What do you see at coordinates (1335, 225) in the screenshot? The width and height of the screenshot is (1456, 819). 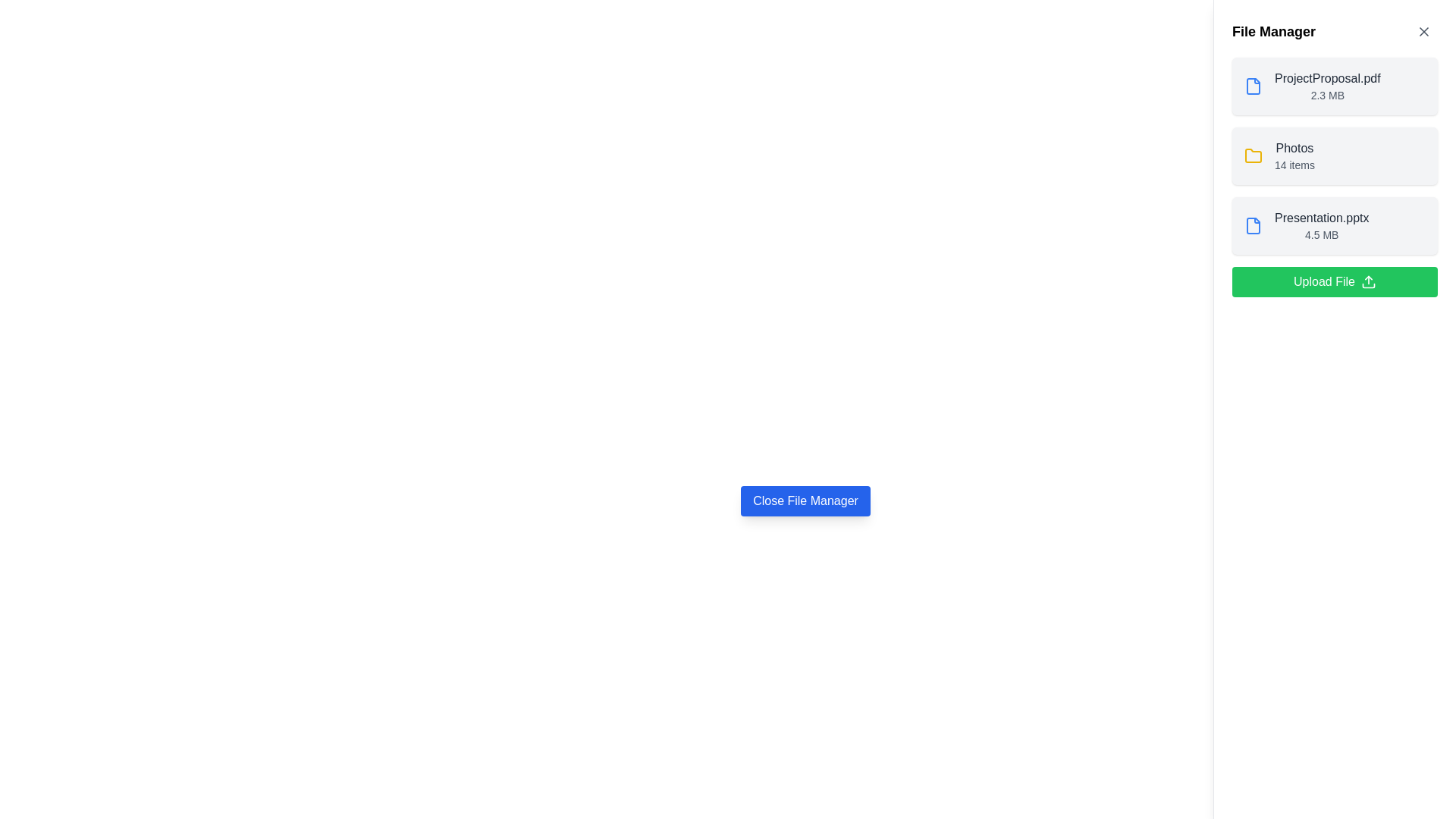 I see `the third list item displaying file information in the 'File Manager' section` at bounding box center [1335, 225].